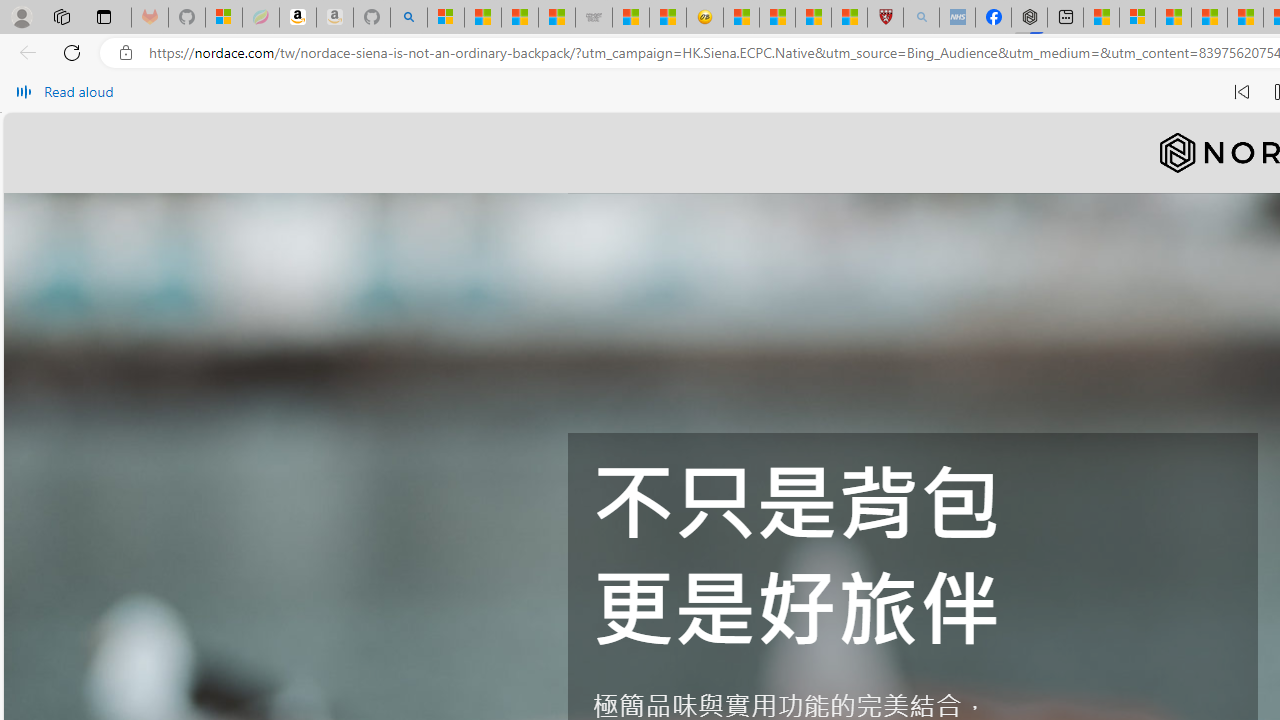 This screenshot has height=720, width=1280. I want to click on '14 Common Myths Debunked By Scientific Facts', so click(1208, 17).